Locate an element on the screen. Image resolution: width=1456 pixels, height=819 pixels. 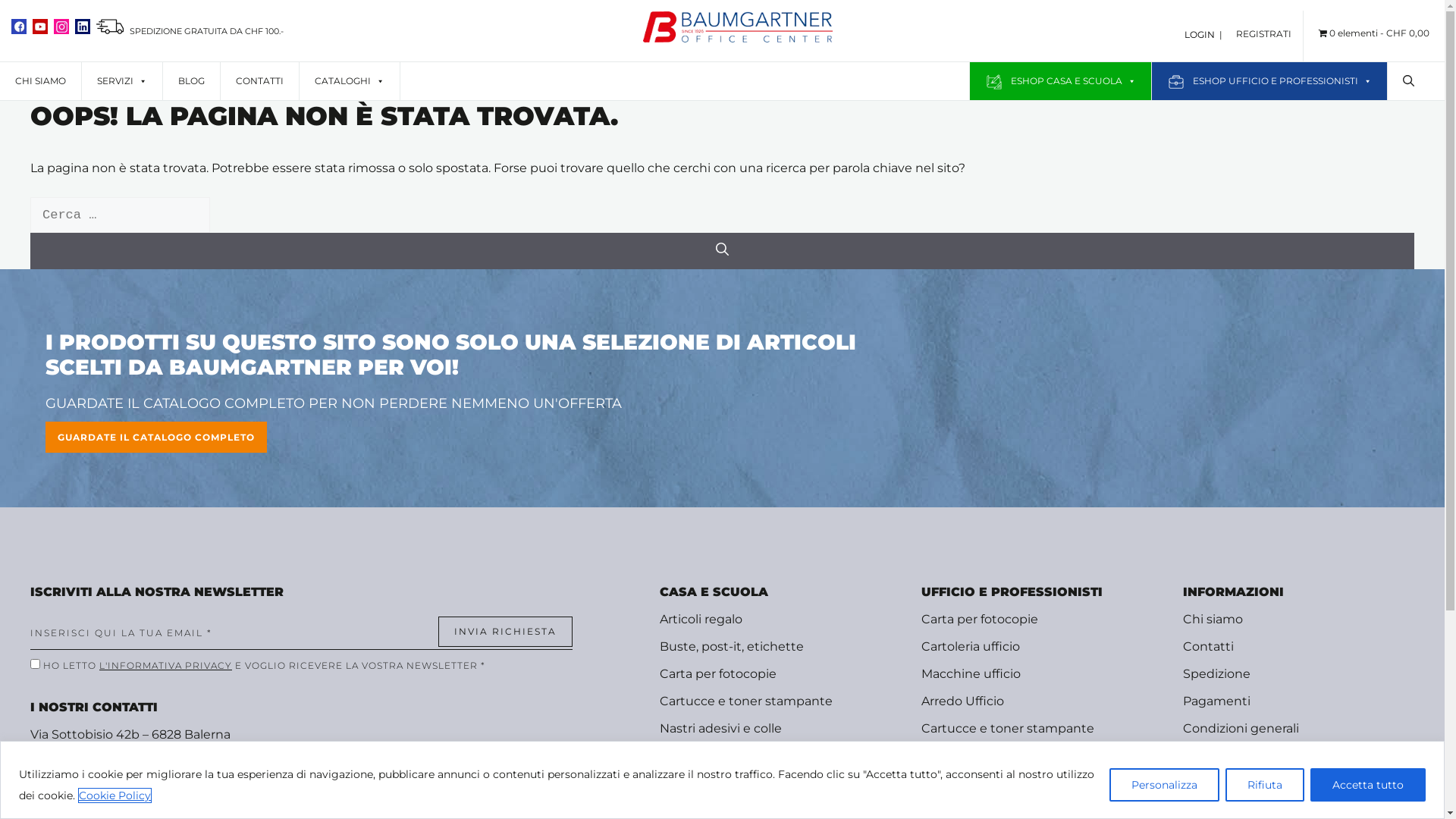
'Shop Baumgartner' is located at coordinates (738, 37).